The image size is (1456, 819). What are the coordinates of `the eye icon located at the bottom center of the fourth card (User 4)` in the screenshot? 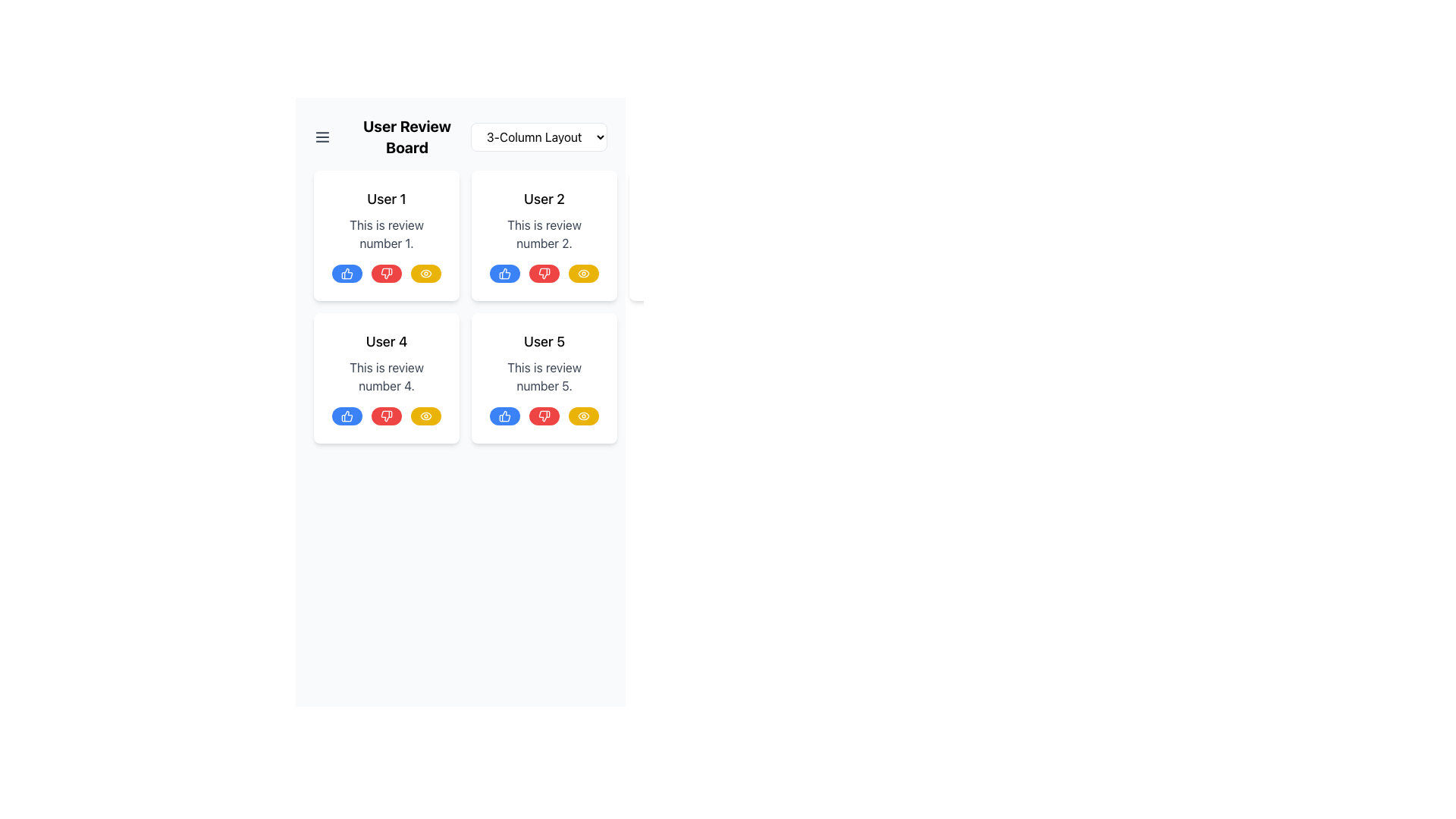 It's located at (425, 274).